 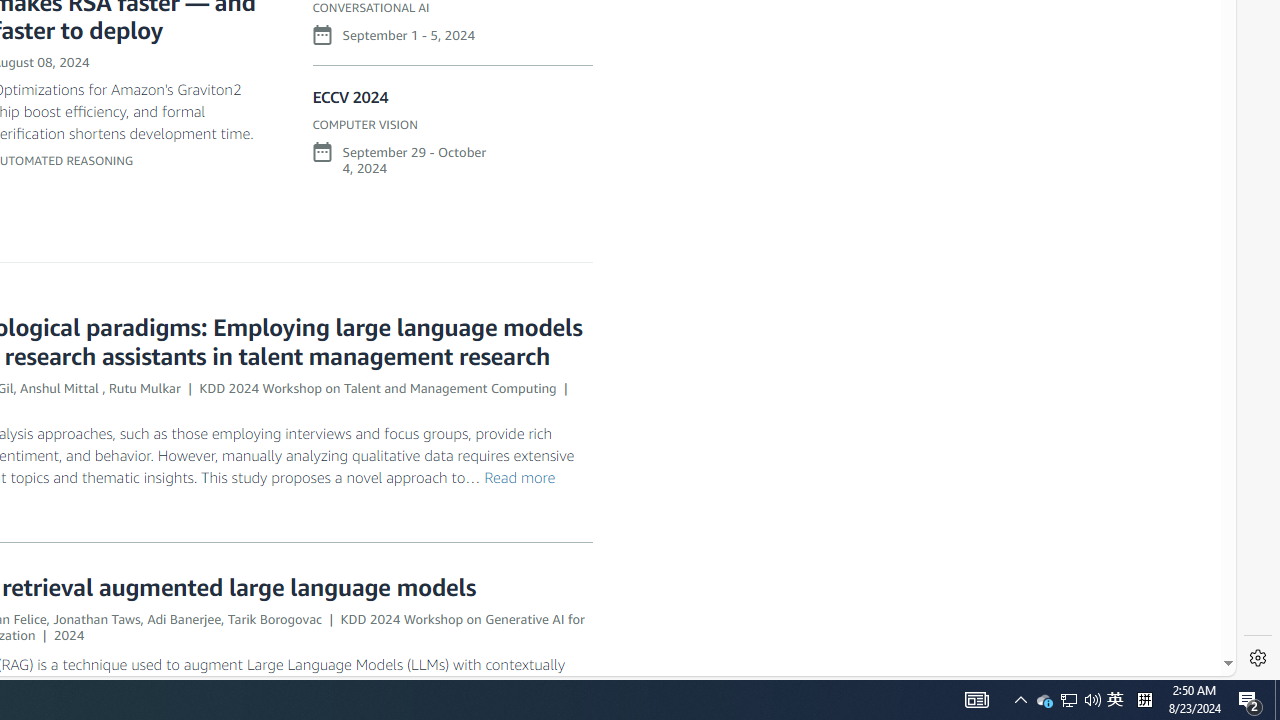 What do you see at coordinates (451, 140) in the screenshot?
I see `'ECCV 2024COMPUTER VISIONSeptember 29 - October 4, 2024'` at bounding box center [451, 140].